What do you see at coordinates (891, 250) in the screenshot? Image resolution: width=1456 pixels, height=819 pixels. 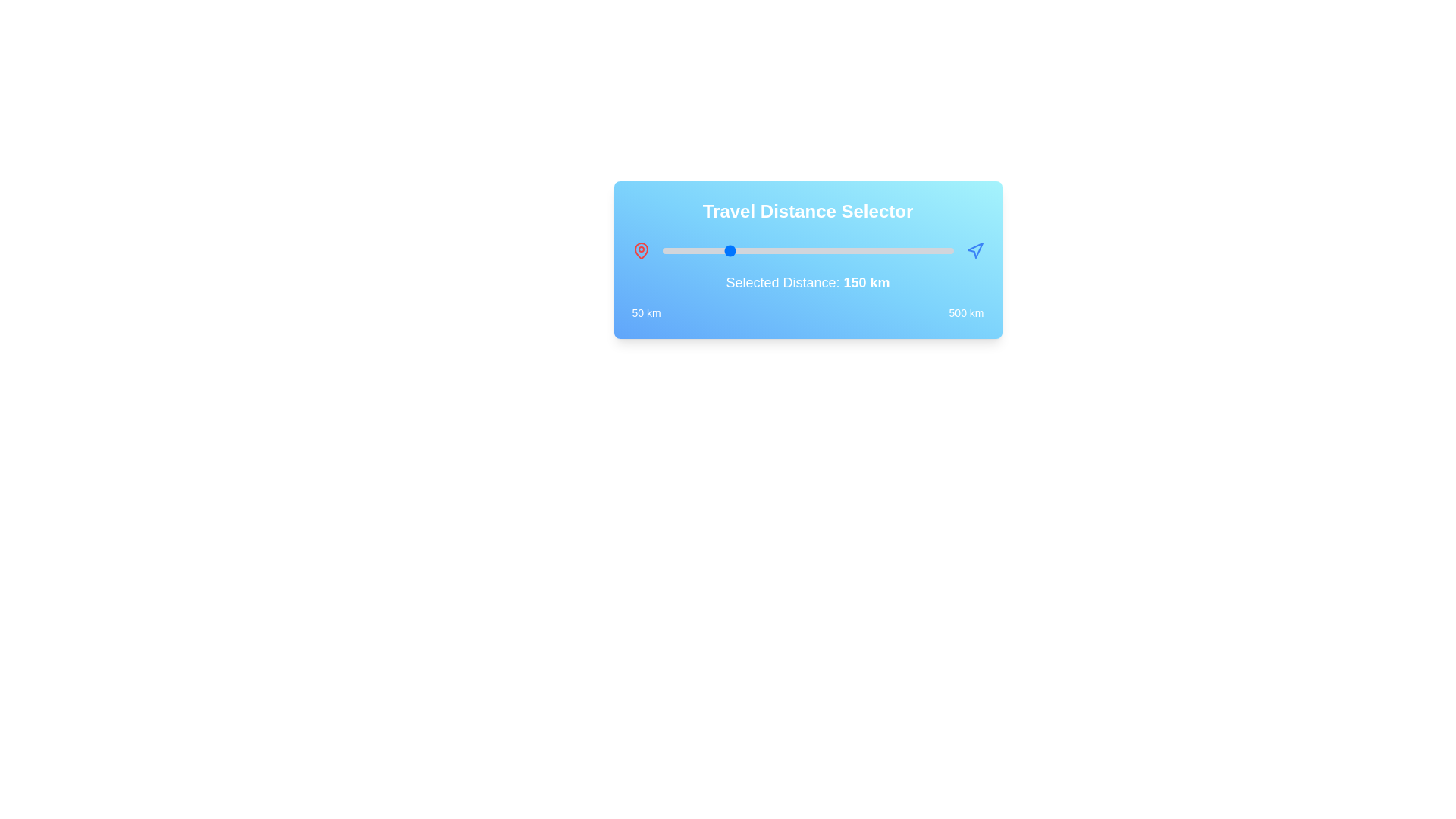 I see `the travel distance to 404 km by interacting with the slider` at bounding box center [891, 250].